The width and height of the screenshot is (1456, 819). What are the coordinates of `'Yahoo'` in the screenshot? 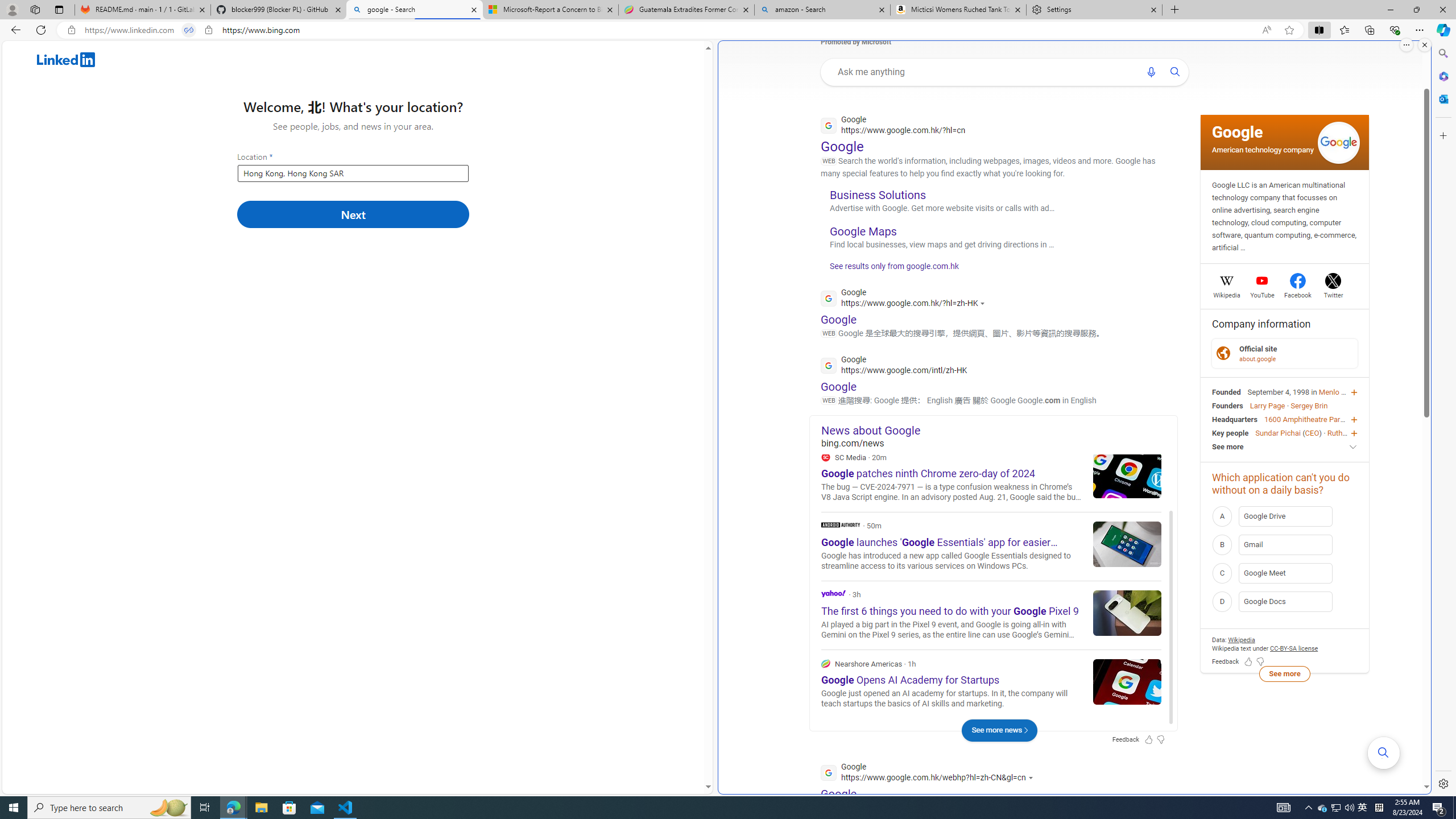 It's located at (833, 593).